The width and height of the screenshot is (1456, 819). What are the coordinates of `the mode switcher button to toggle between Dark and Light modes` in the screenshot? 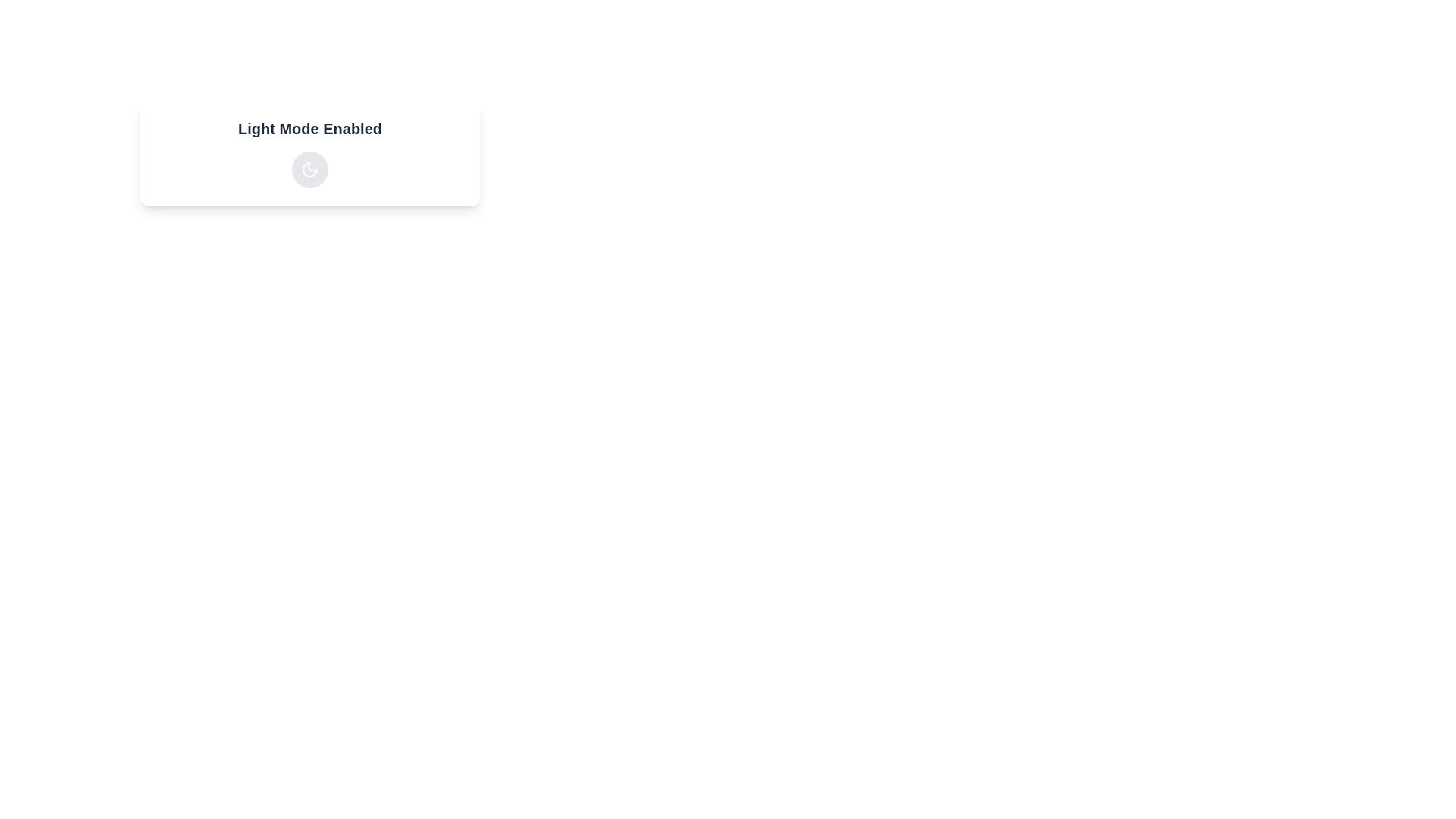 It's located at (309, 169).